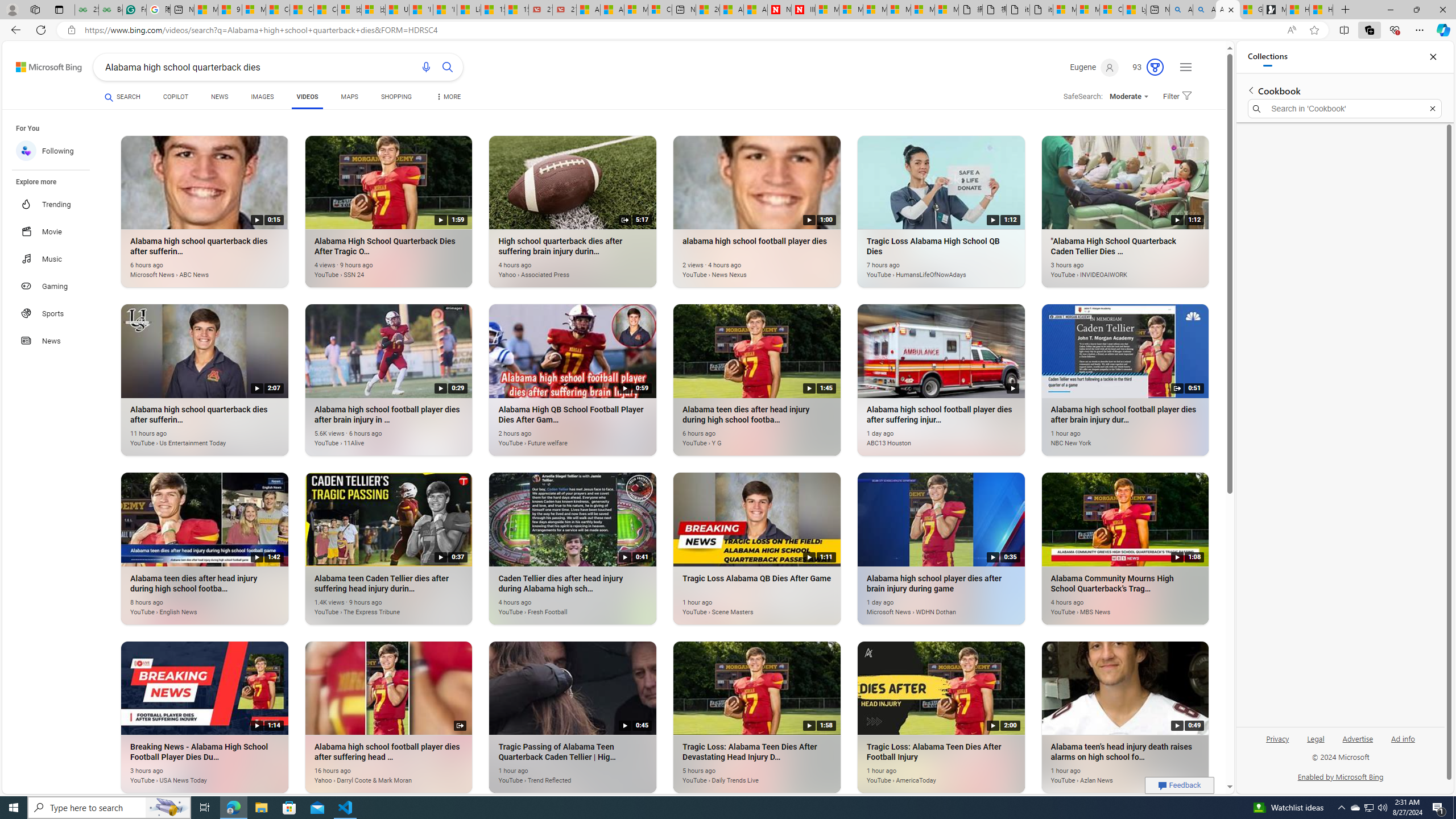 The height and width of the screenshot is (819, 1456). Describe the element at coordinates (1143, 67) in the screenshot. I see `'Microsoft Rewards 93'` at that location.